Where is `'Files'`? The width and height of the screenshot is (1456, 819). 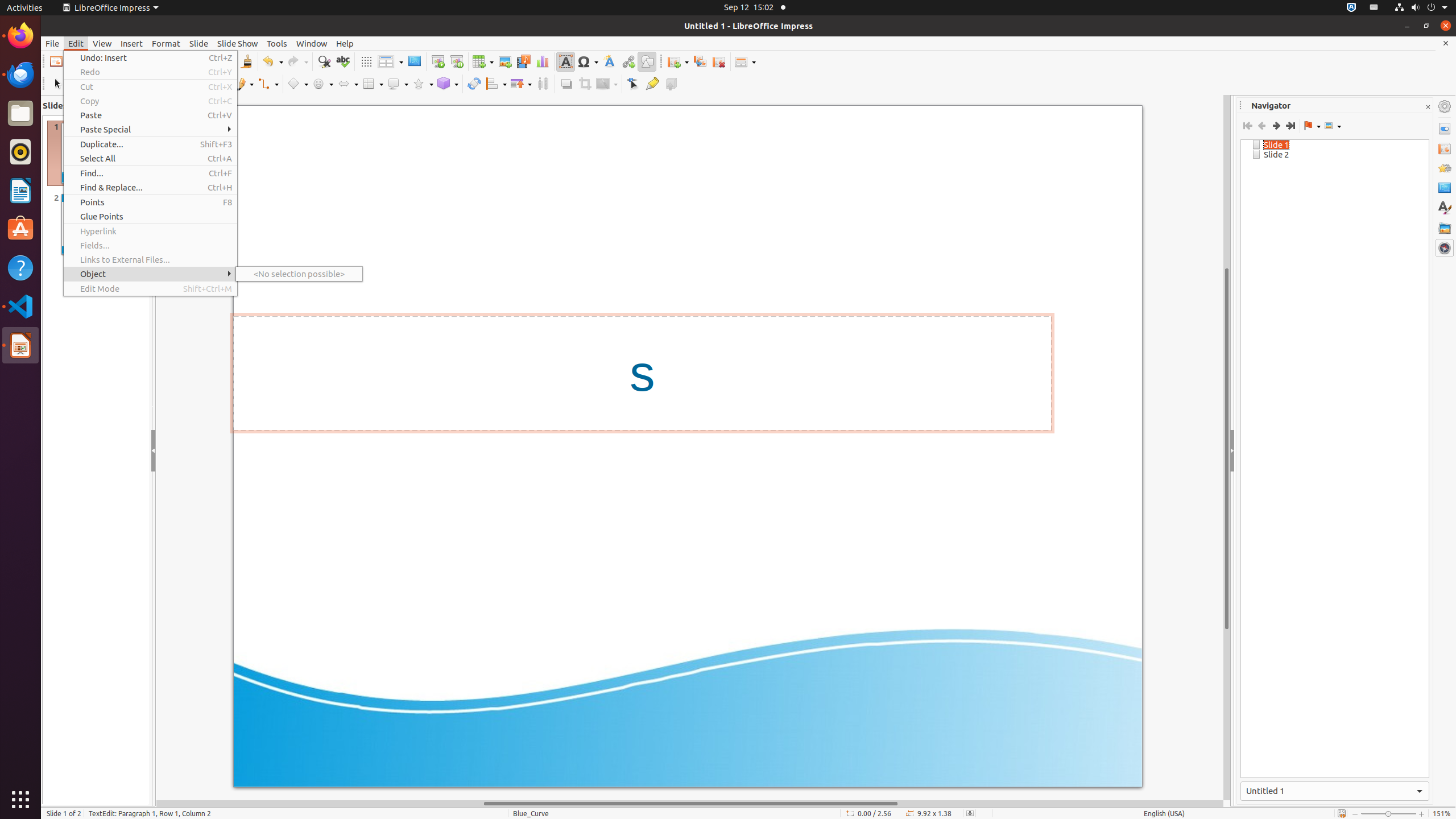
'Files' is located at coordinates (20, 113).